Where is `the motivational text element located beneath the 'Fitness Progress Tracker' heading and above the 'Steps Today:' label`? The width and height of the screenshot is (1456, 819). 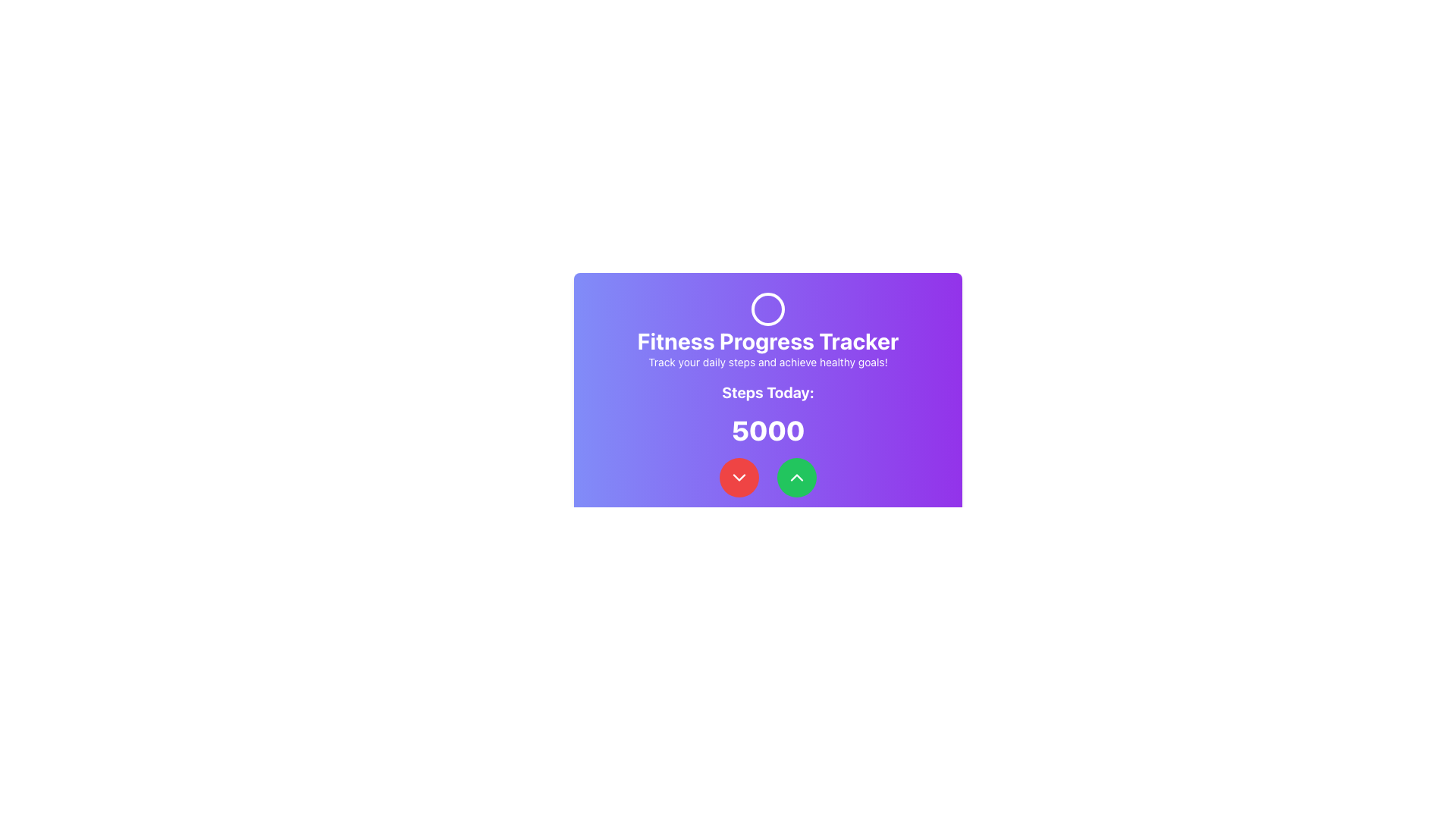 the motivational text element located beneath the 'Fitness Progress Tracker' heading and above the 'Steps Today:' label is located at coordinates (767, 362).